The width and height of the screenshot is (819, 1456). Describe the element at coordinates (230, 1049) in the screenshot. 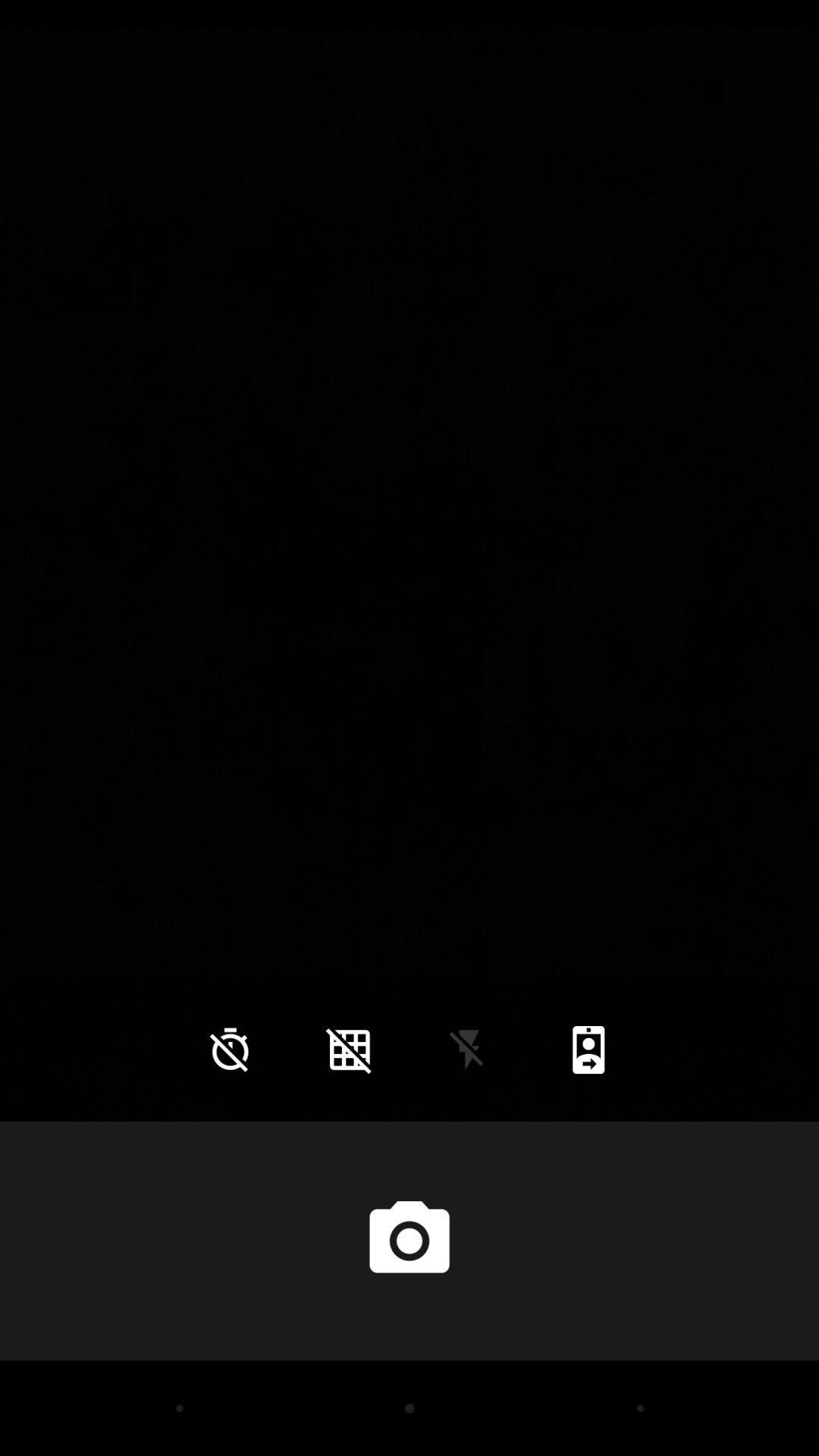

I see `the time icon` at that location.